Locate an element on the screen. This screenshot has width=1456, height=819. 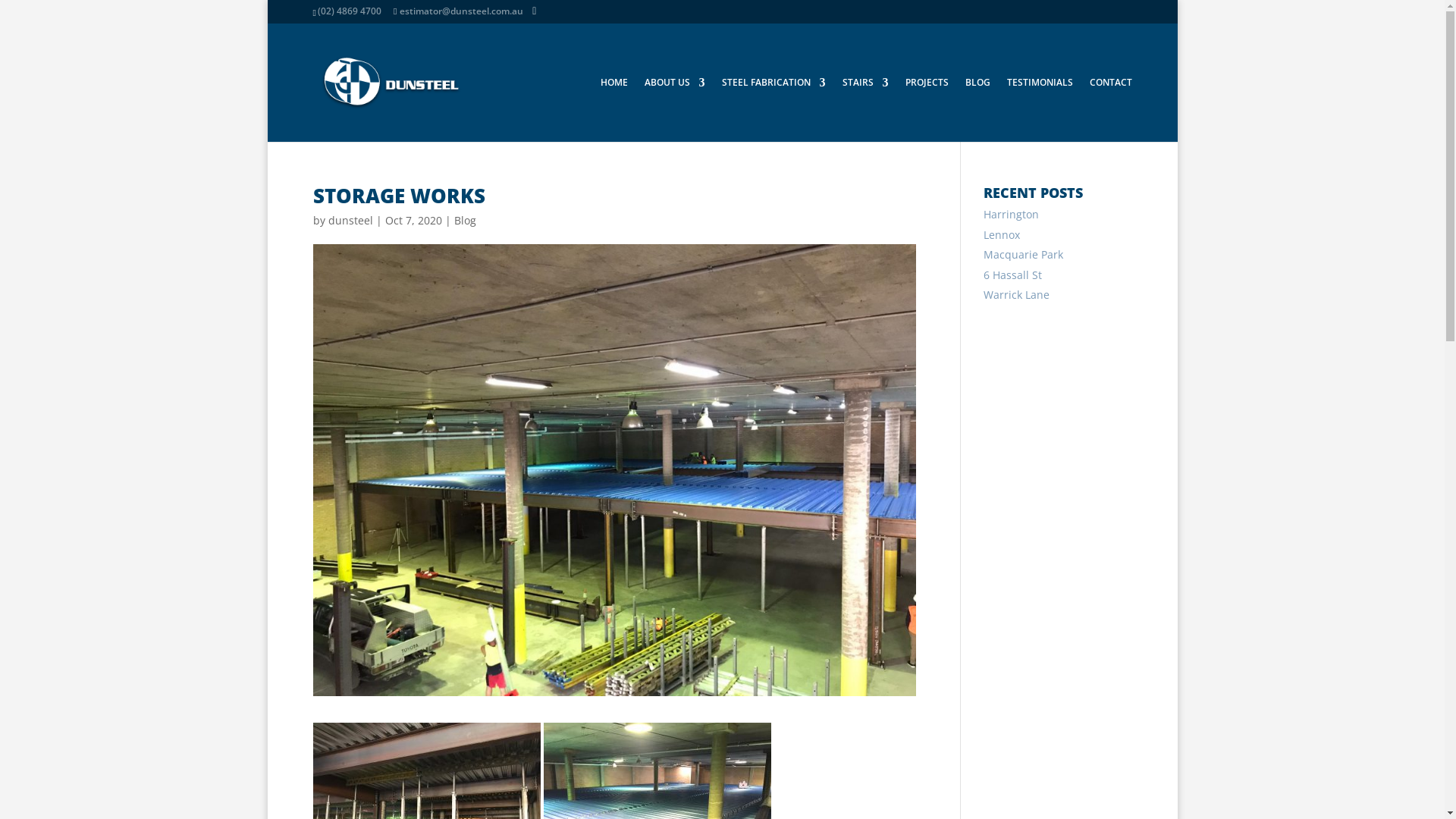
'STAIRS' is located at coordinates (864, 108).